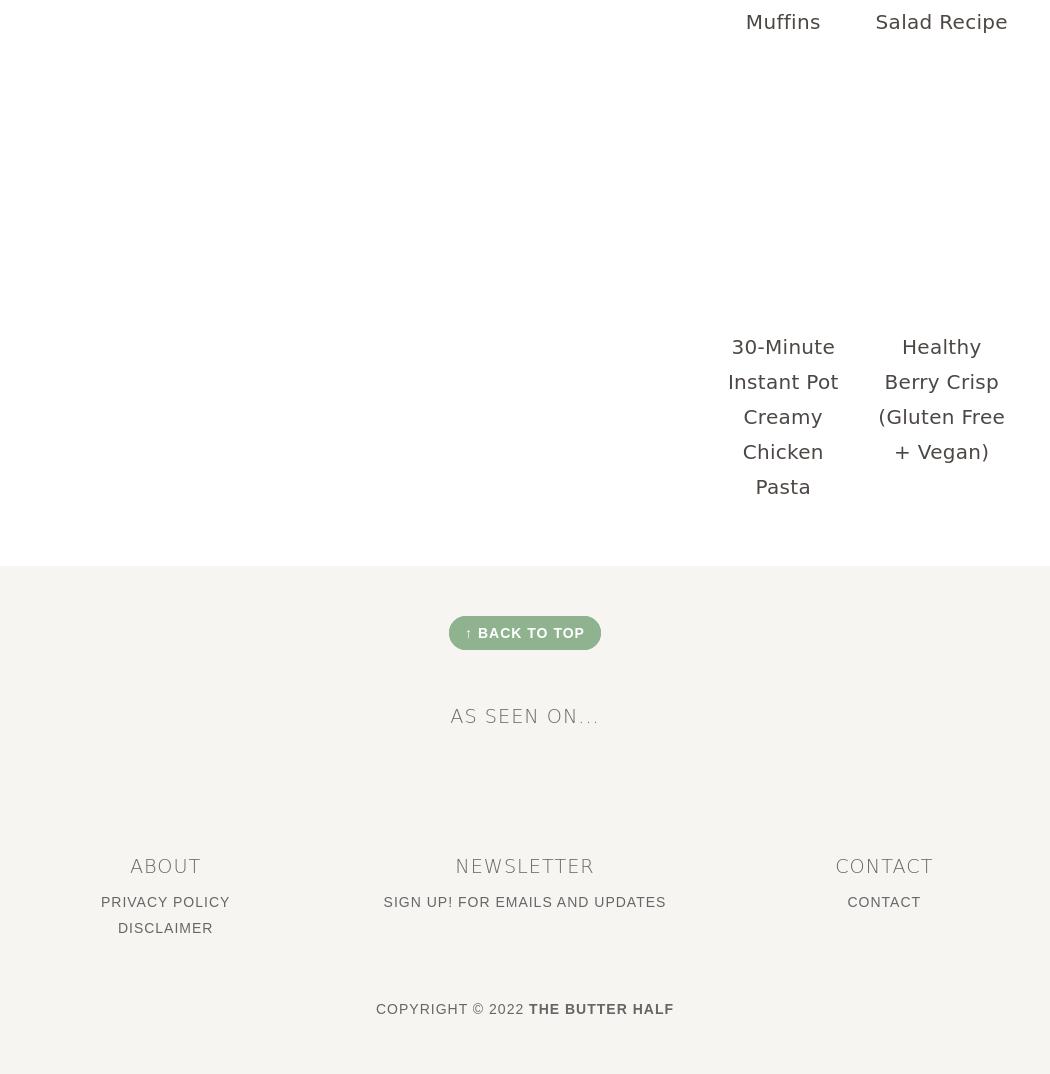  I want to click on 'Privacy Policy', so click(164, 899).